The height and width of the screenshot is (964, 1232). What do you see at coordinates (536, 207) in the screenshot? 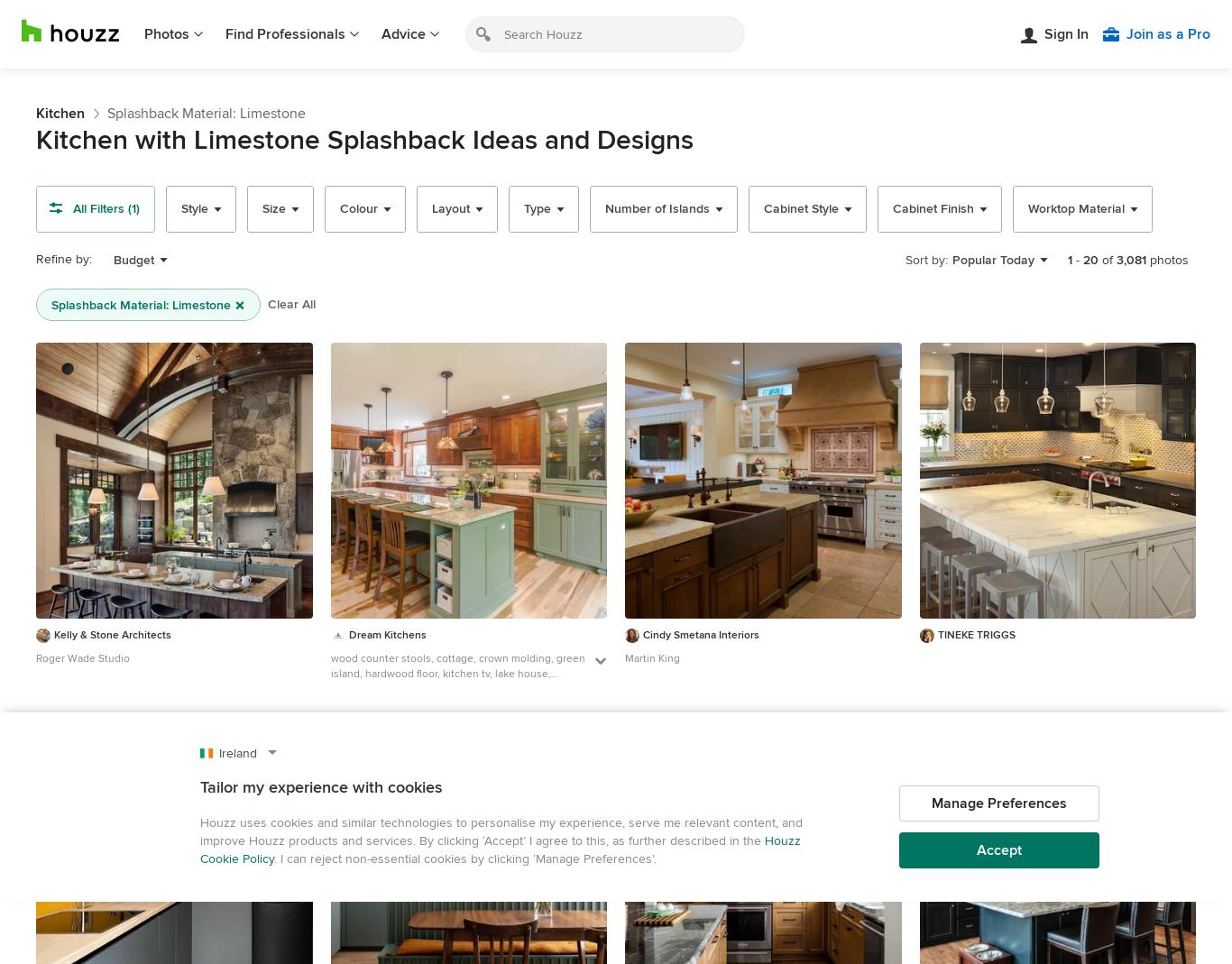
I see `'Type'` at bounding box center [536, 207].